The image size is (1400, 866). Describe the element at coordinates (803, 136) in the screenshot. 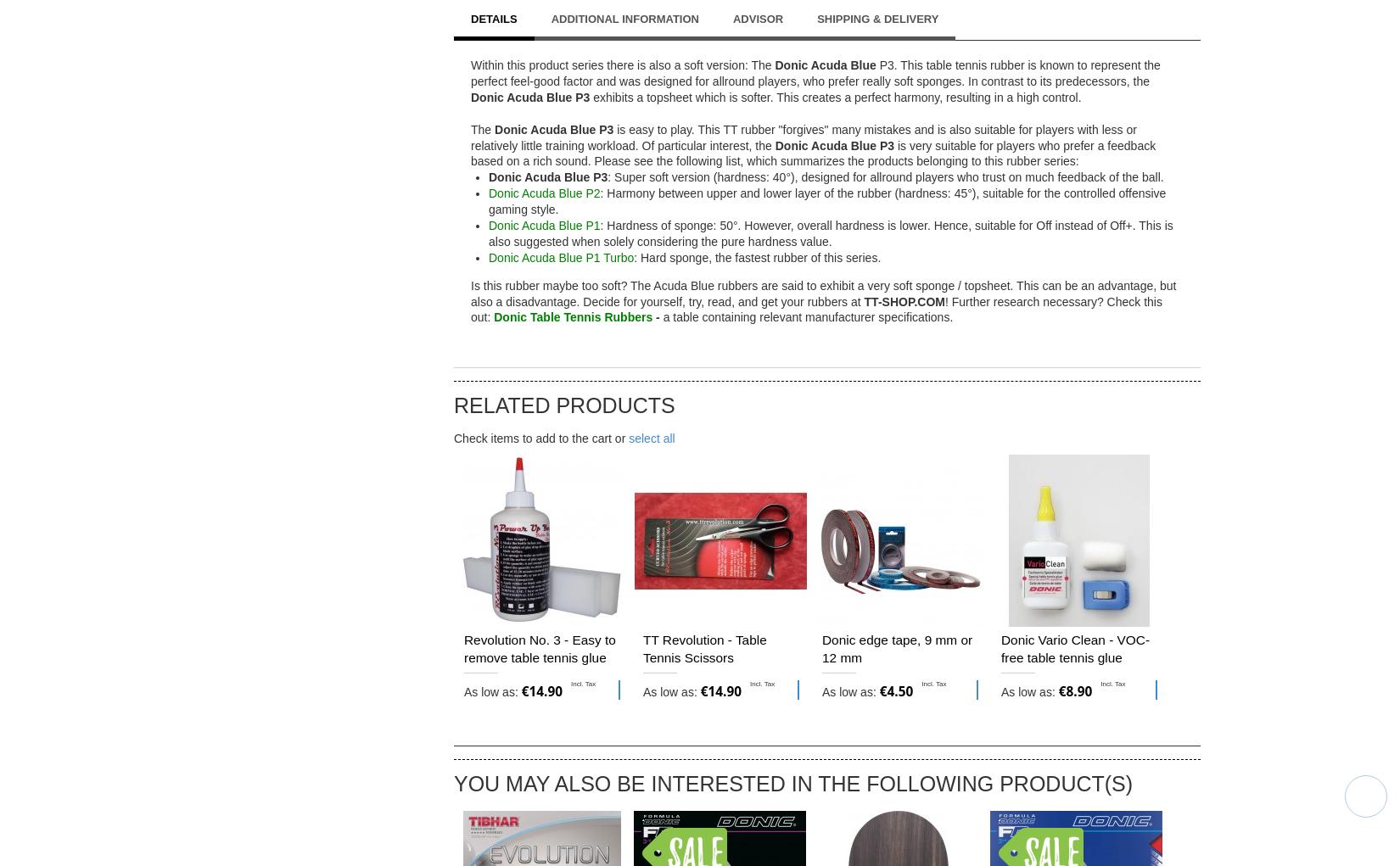

I see `'is easy to play. This TT rubber "forgives" many mistakes and is also suitable for players with less or relatively little training workload. Of particular interest, the'` at that location.